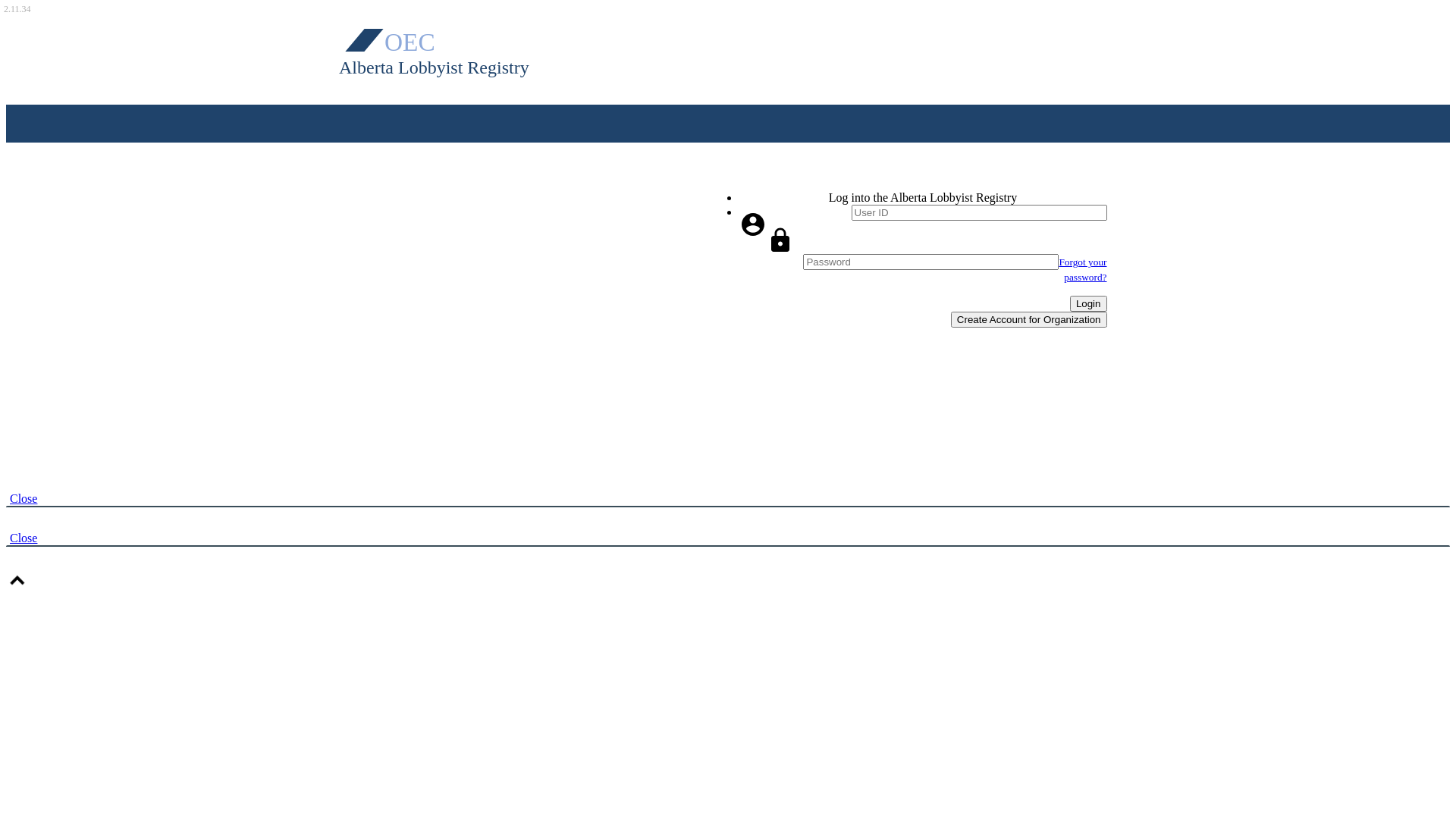  What do you see at coordinates (1087, 303) in the screenshot?
I see `'Login'` at bounding box center [1087, 303].